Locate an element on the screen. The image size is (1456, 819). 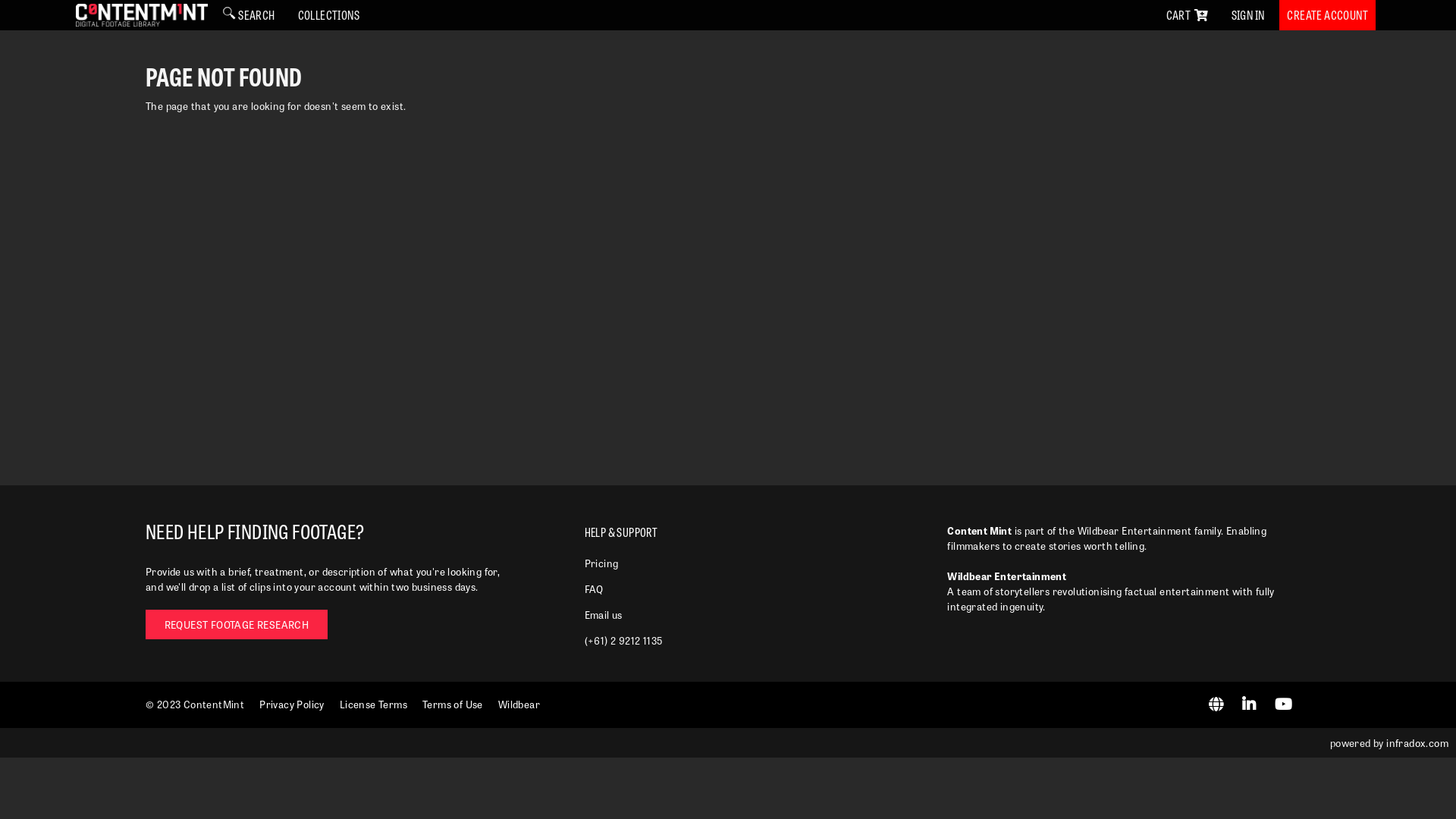
'Privacy Policy' is located at coordinates (291, 704).